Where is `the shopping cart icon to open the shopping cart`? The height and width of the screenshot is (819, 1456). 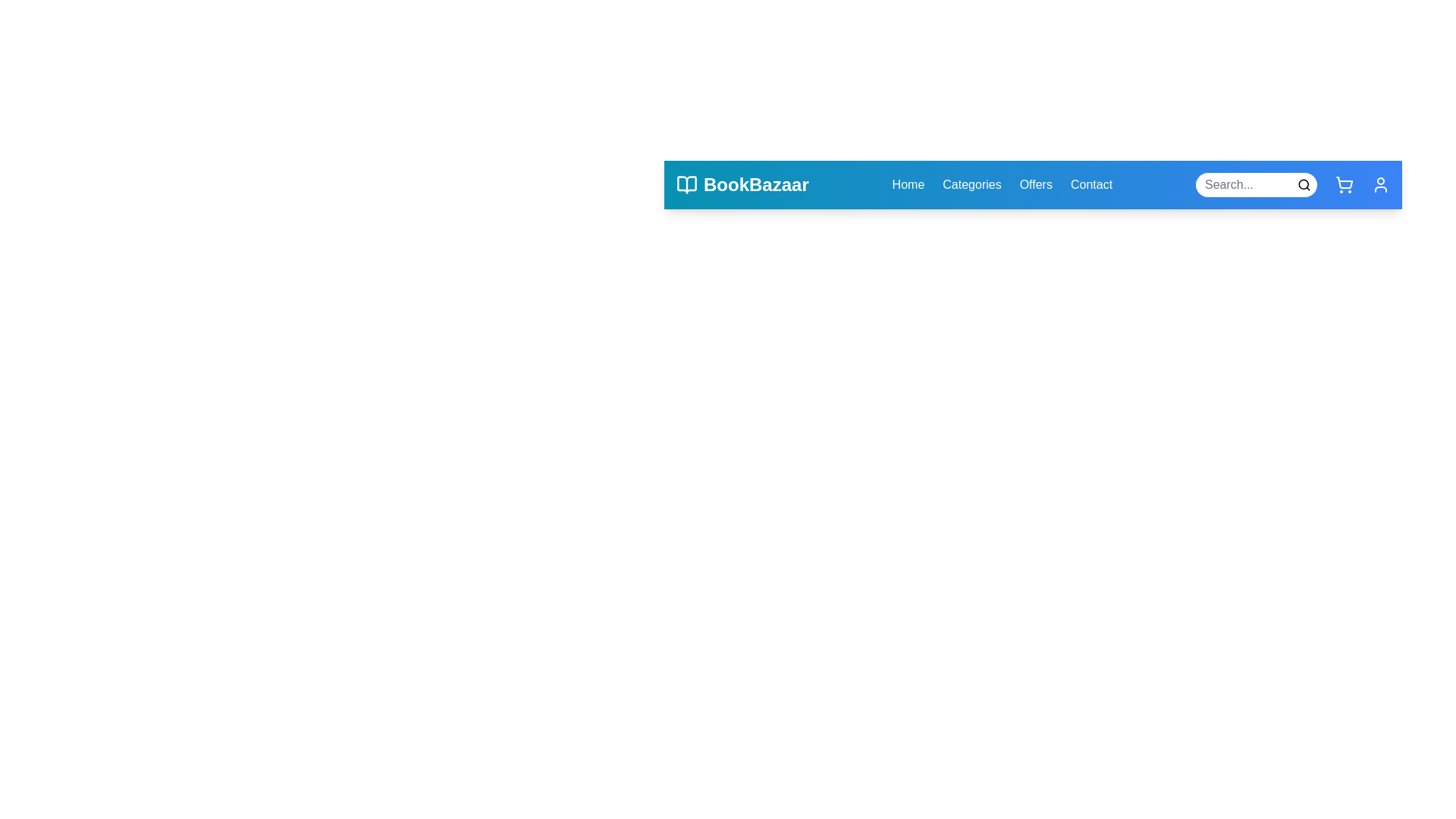
the shopping cart icon to open the shopping cart is located at coordinates (1344, 184).